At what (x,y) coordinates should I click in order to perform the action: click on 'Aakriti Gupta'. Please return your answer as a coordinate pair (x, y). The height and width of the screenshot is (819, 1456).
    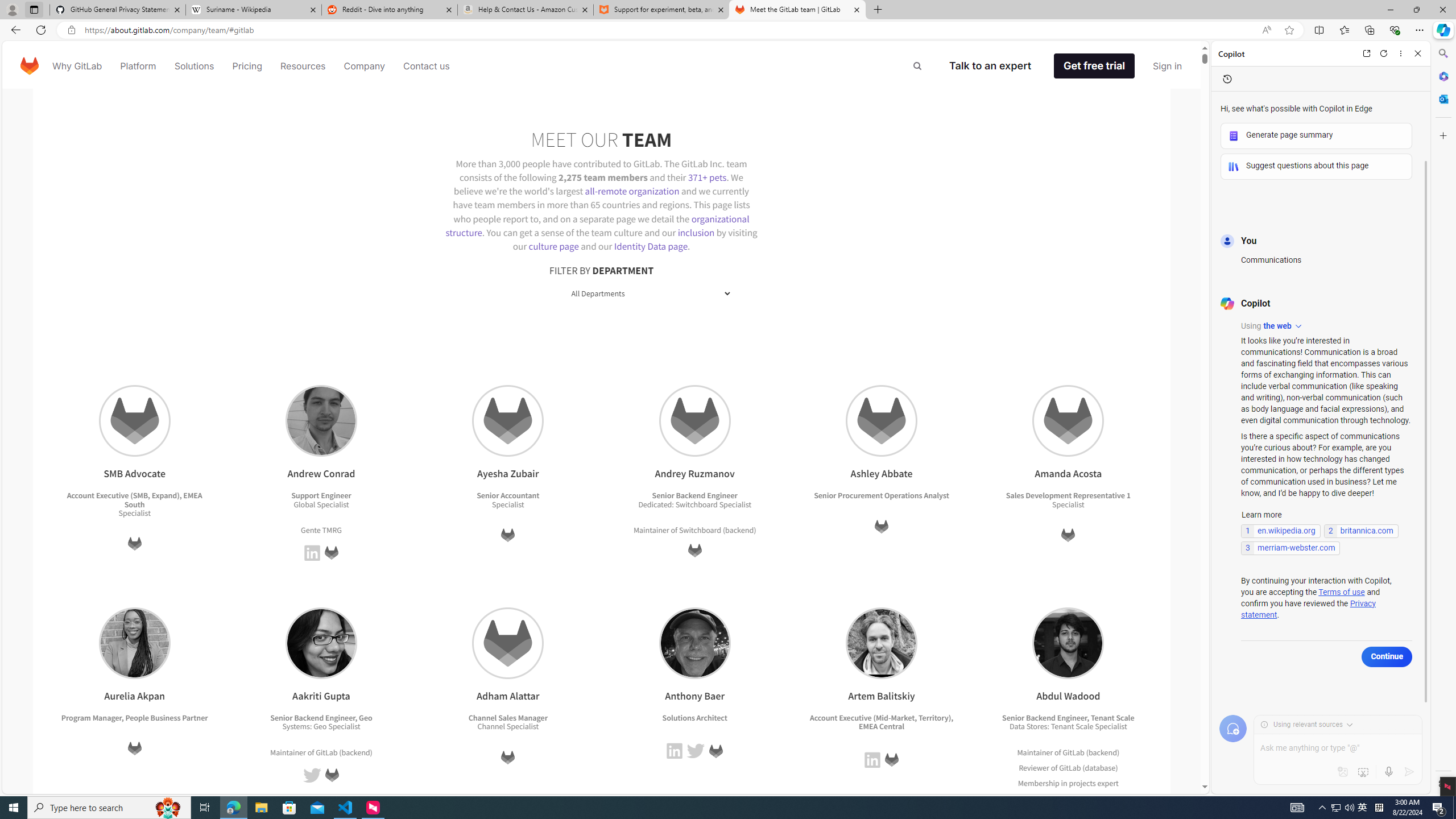
    Looking at the image, I should click on (320, 642).